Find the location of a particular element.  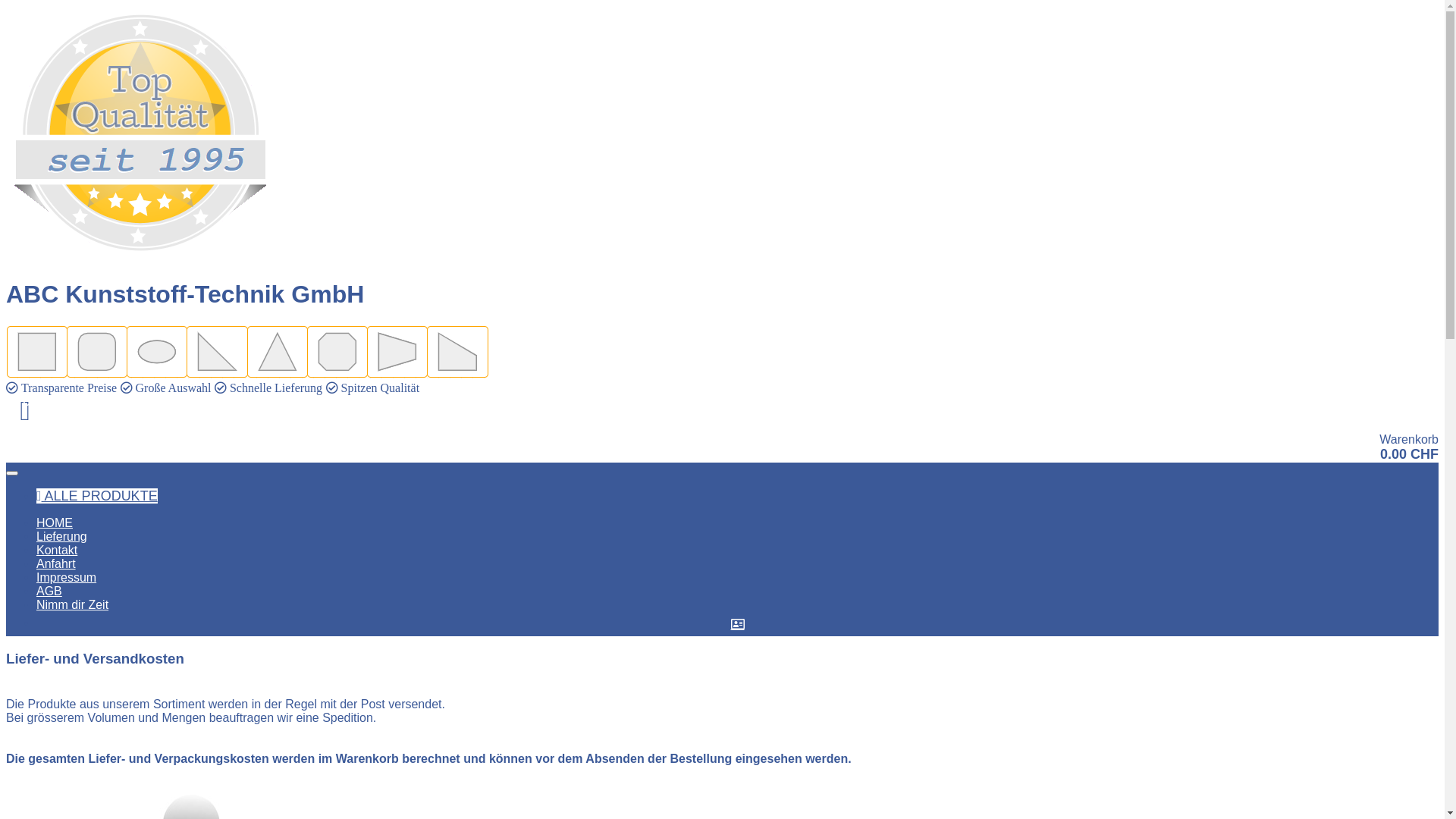

'Kontakt' is located at coordinates (57, 550).